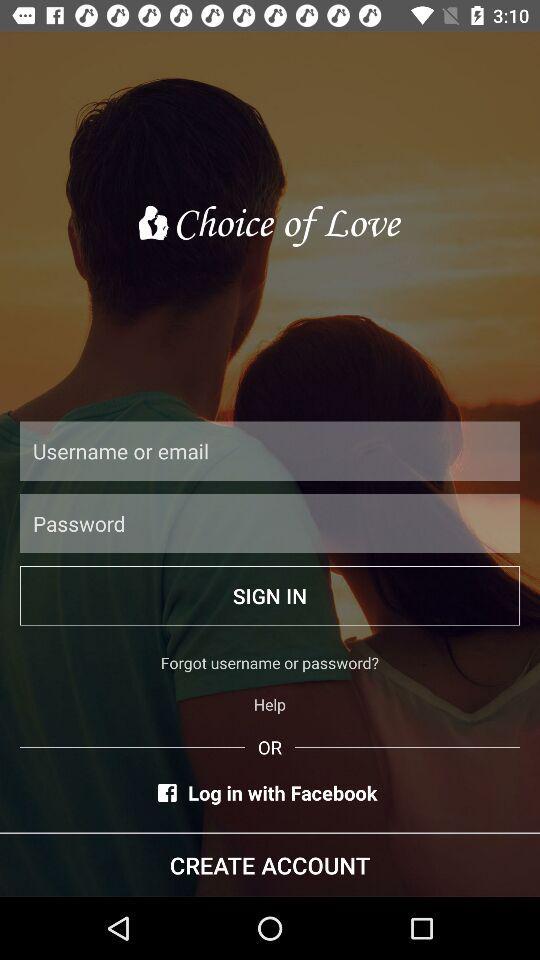 Image resolution: width=540 pixels, height=960 pixels. I want to click on create account item, so click(270, 864).